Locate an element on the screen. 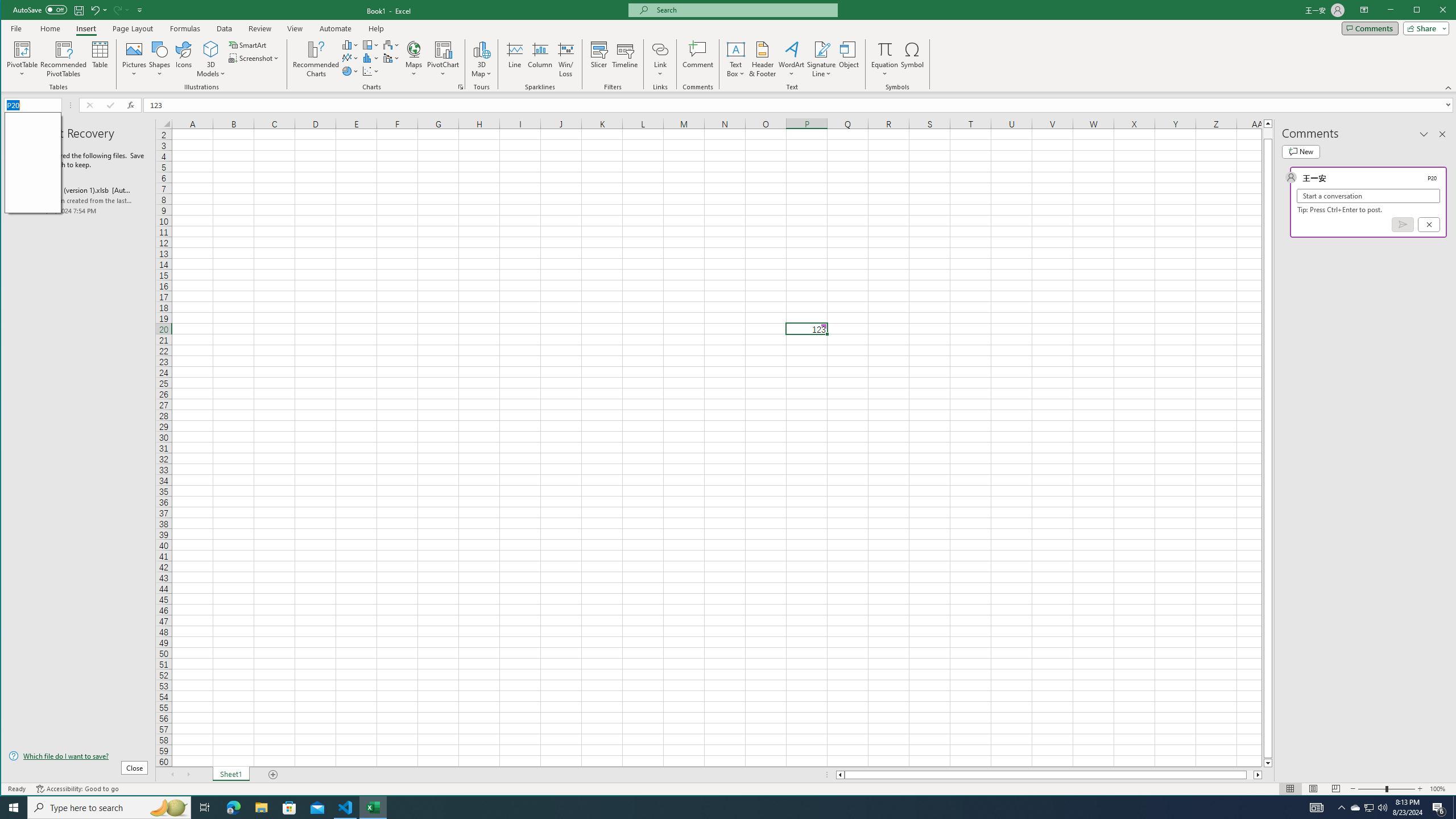 This screenshot has height=819, width=1456. 'New comment' is located at coordinates (1300, 152).